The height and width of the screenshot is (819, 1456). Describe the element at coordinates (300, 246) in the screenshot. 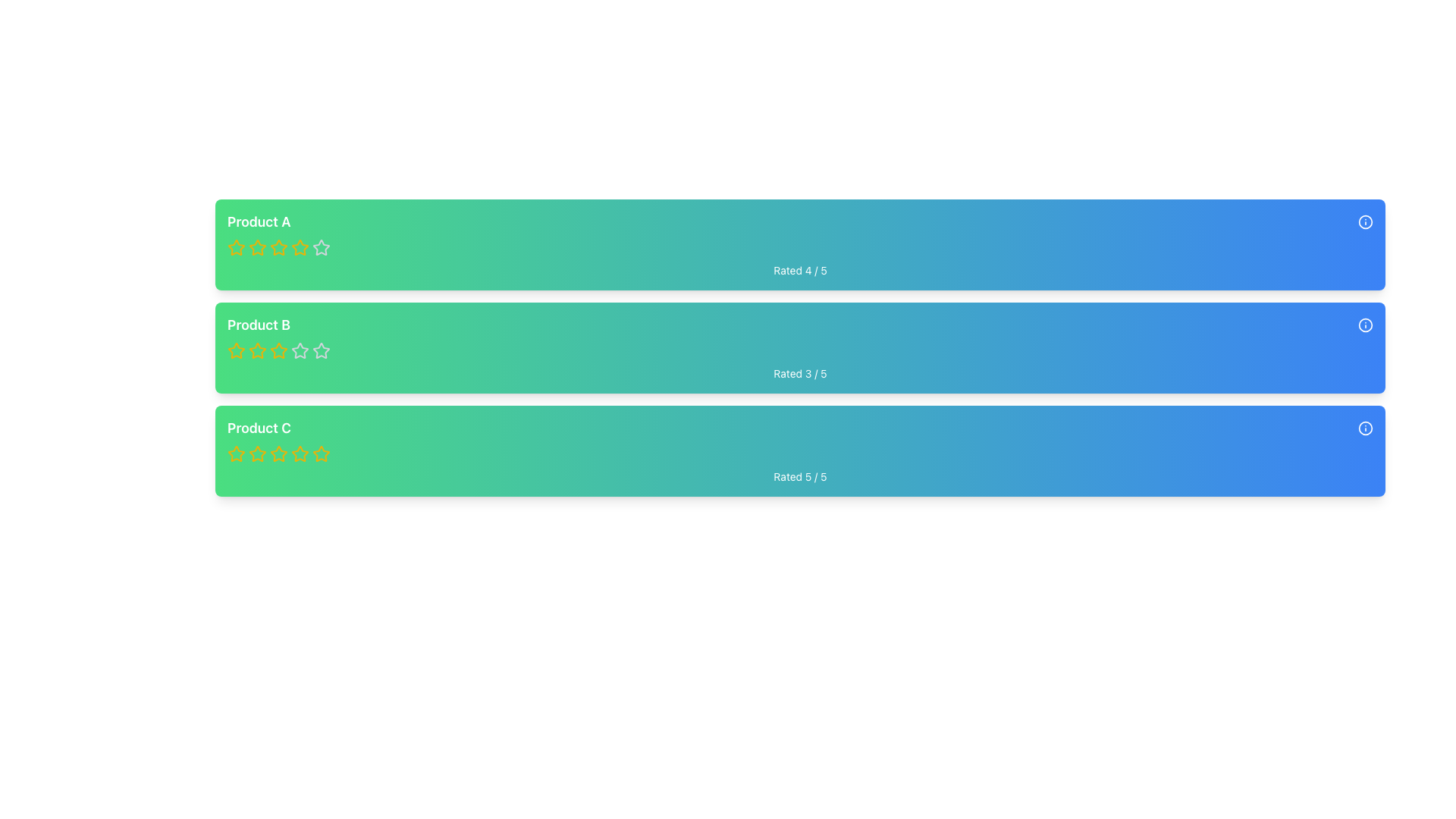

I see `the fourth star in the five-star rating system for 'Product A'` at that location.